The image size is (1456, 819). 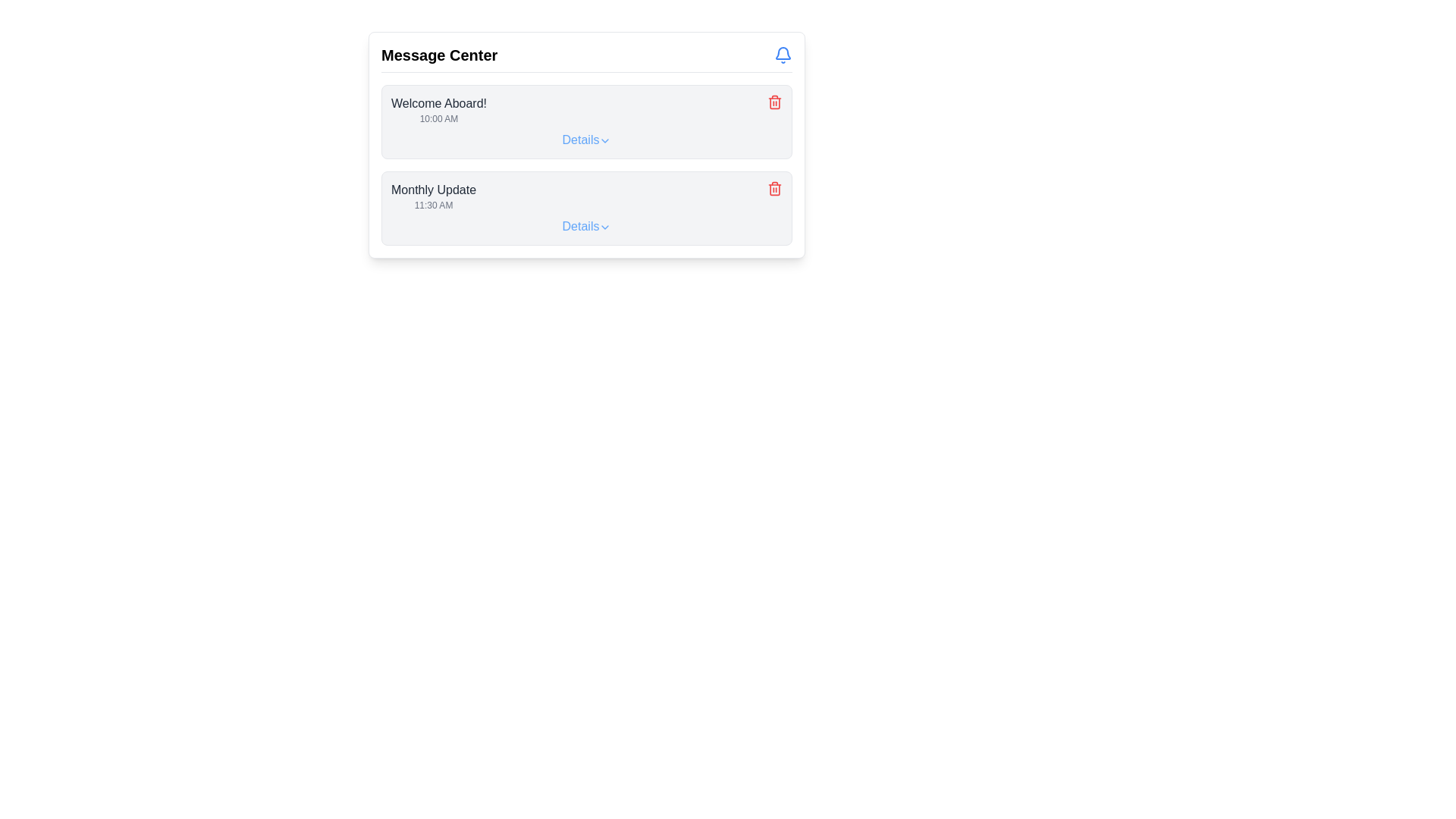 What do you see at coordinates (438, 118) in the screenshot?
I see `the text label displaying '10:00 AM' in light gray color, located directly below the 'Welcome Aboard!' text within the first message card under the 'Message Center' heading` at bounding box center [438, 118].